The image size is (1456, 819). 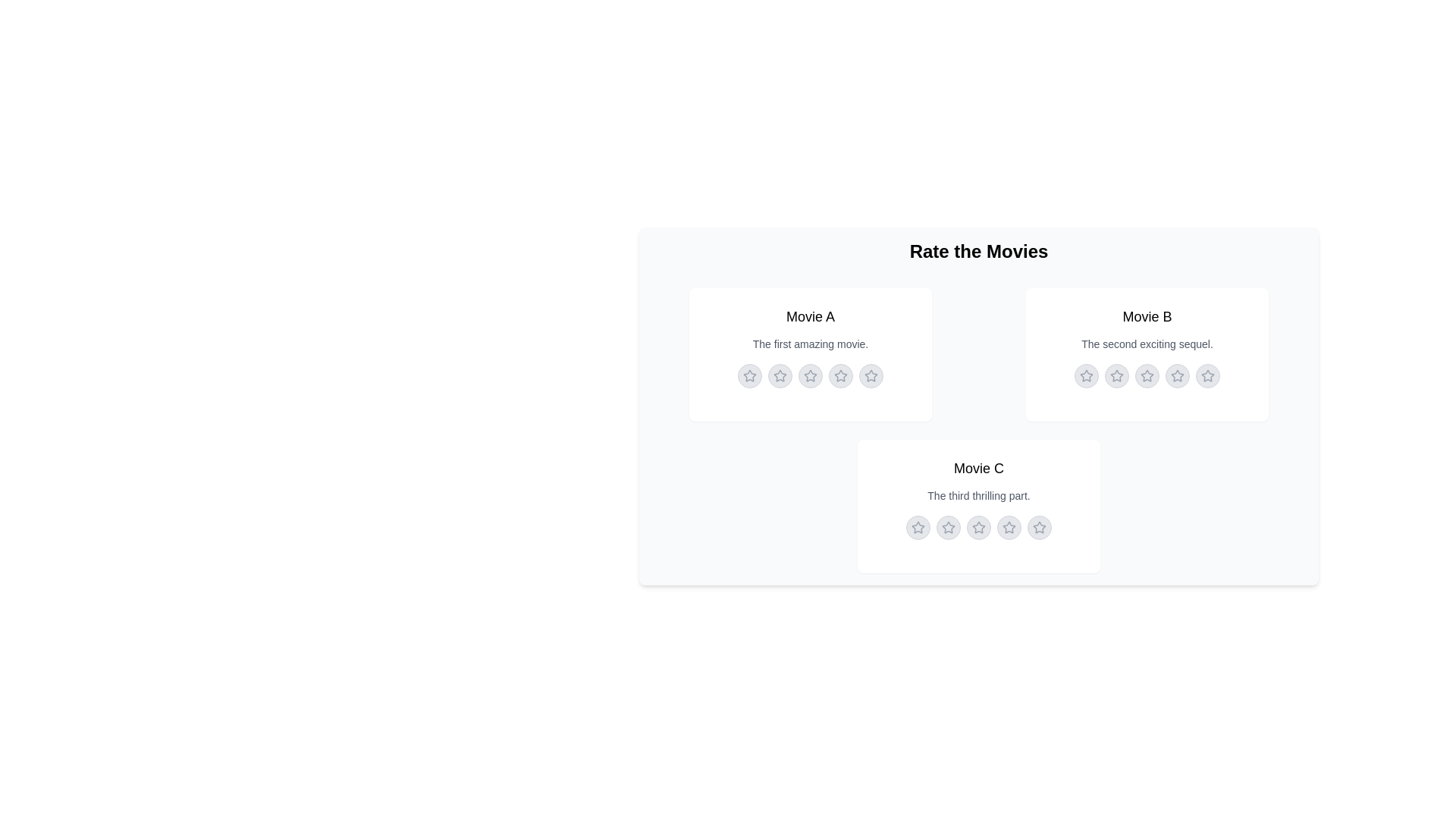 I want to click on the fifth star icon in the horizontal rating component under 'Movie A' to rate 5, so click(x=871, y=375).